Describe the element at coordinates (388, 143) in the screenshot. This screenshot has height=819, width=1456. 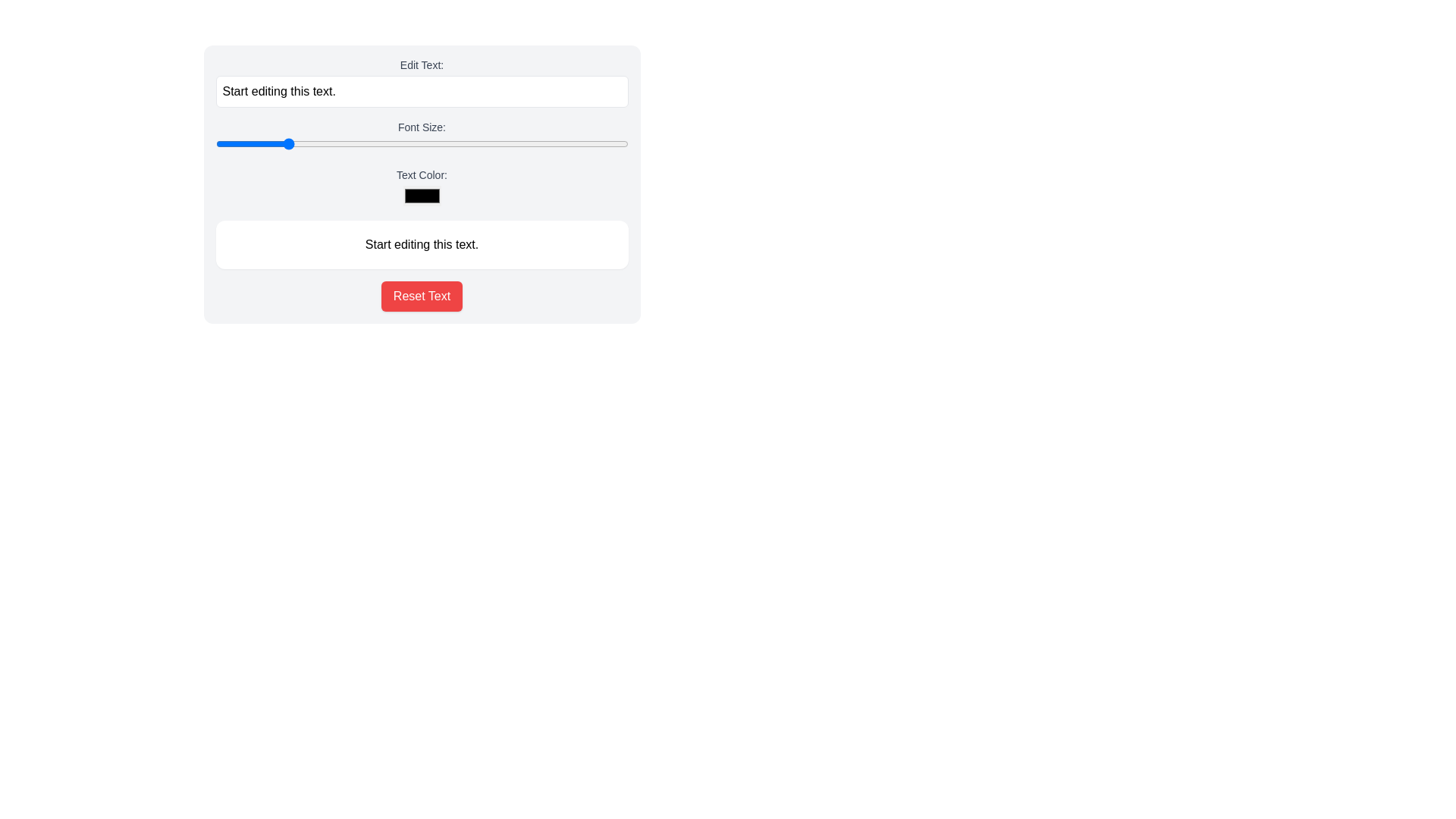
I see `font size` at that location.